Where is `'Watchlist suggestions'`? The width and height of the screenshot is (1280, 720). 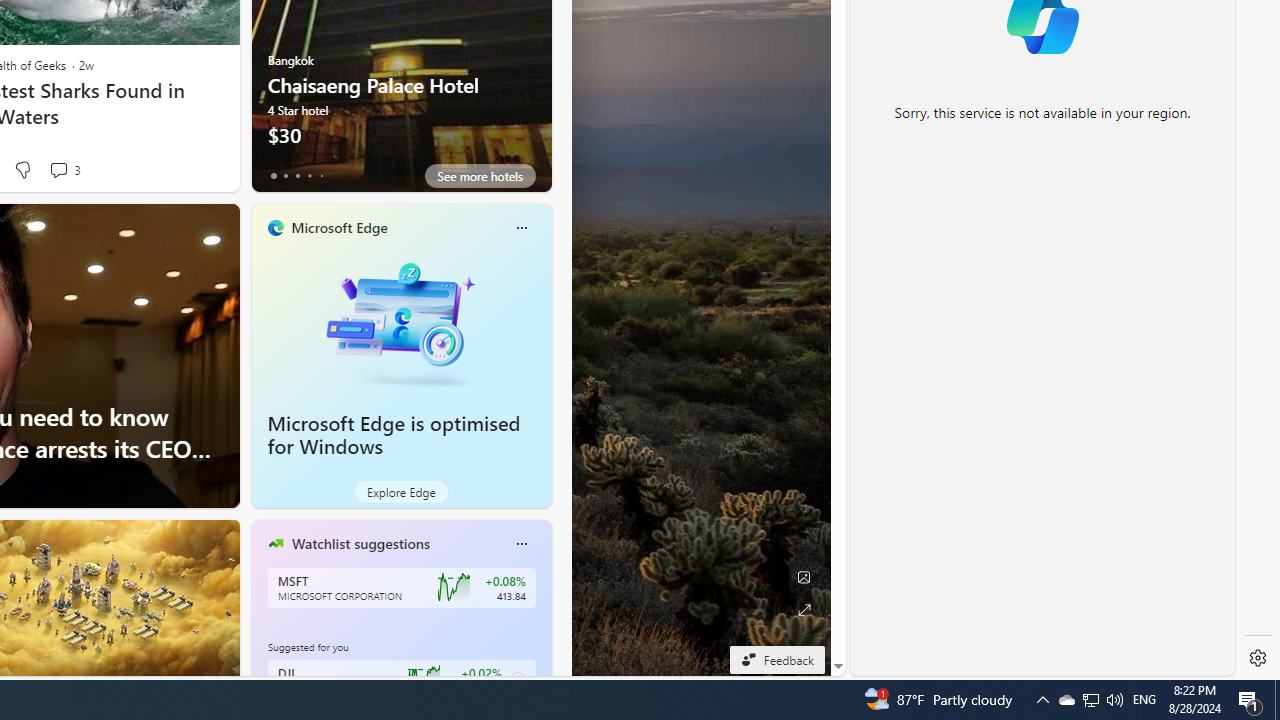 'Watchlist suggestions' is located at coordinates (360, 543).